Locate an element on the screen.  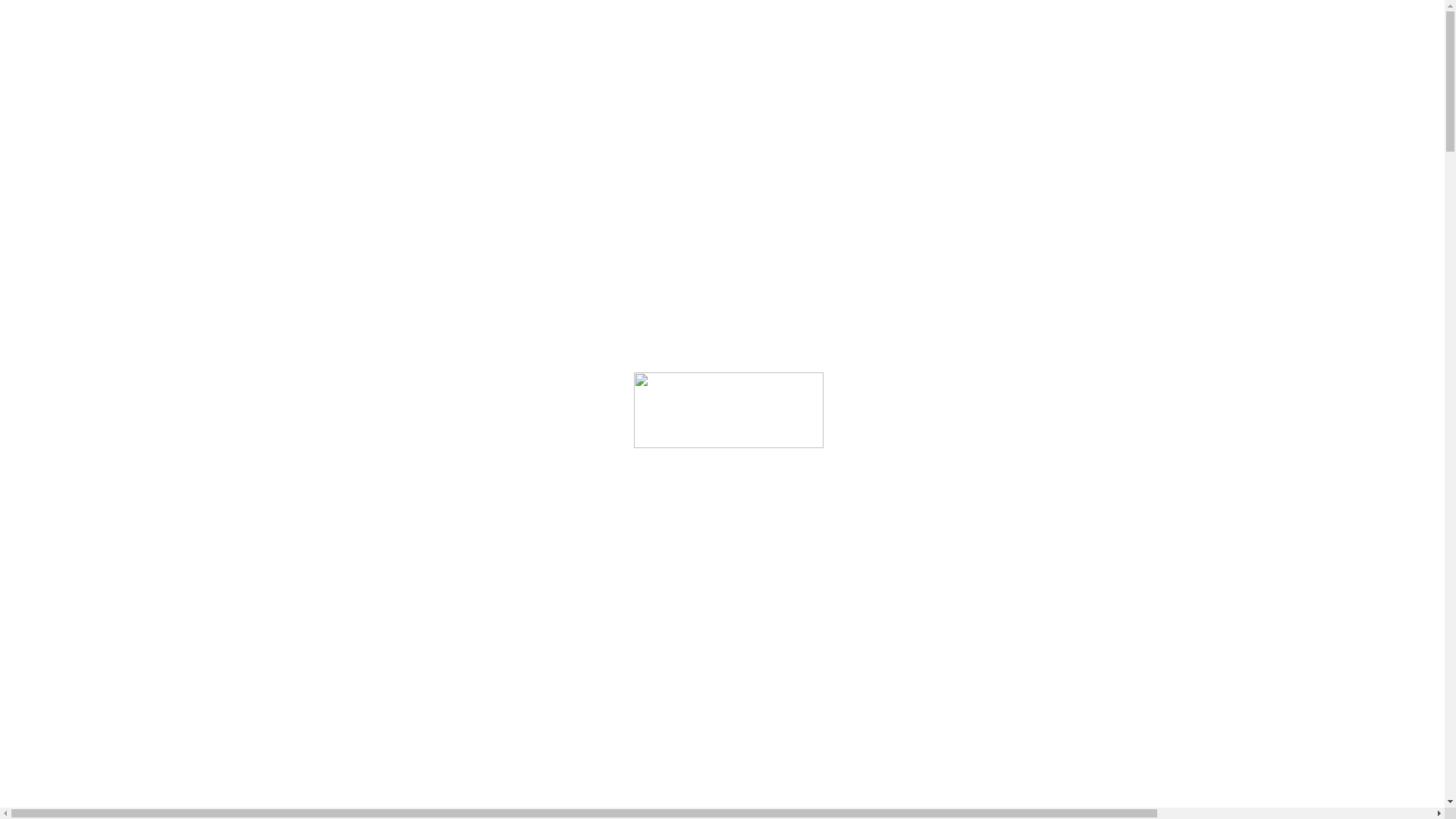
'CONTACT' is located at coordinates (65, 105).